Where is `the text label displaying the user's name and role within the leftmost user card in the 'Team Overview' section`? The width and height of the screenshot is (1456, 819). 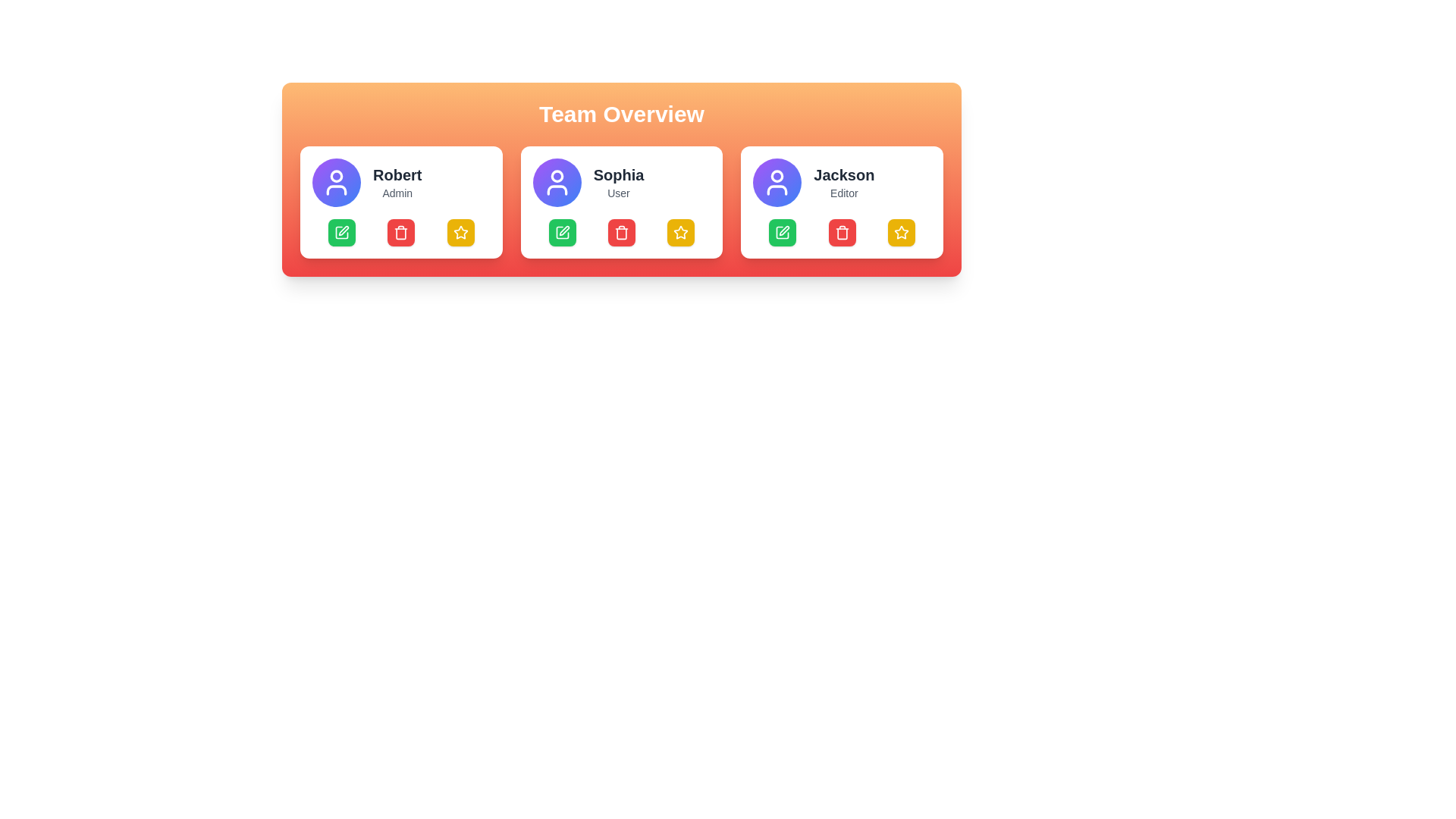
the text label displaying the user's name and role within the leftmost user card in the 'Team Overview' section is located at coordinates (397, 181).